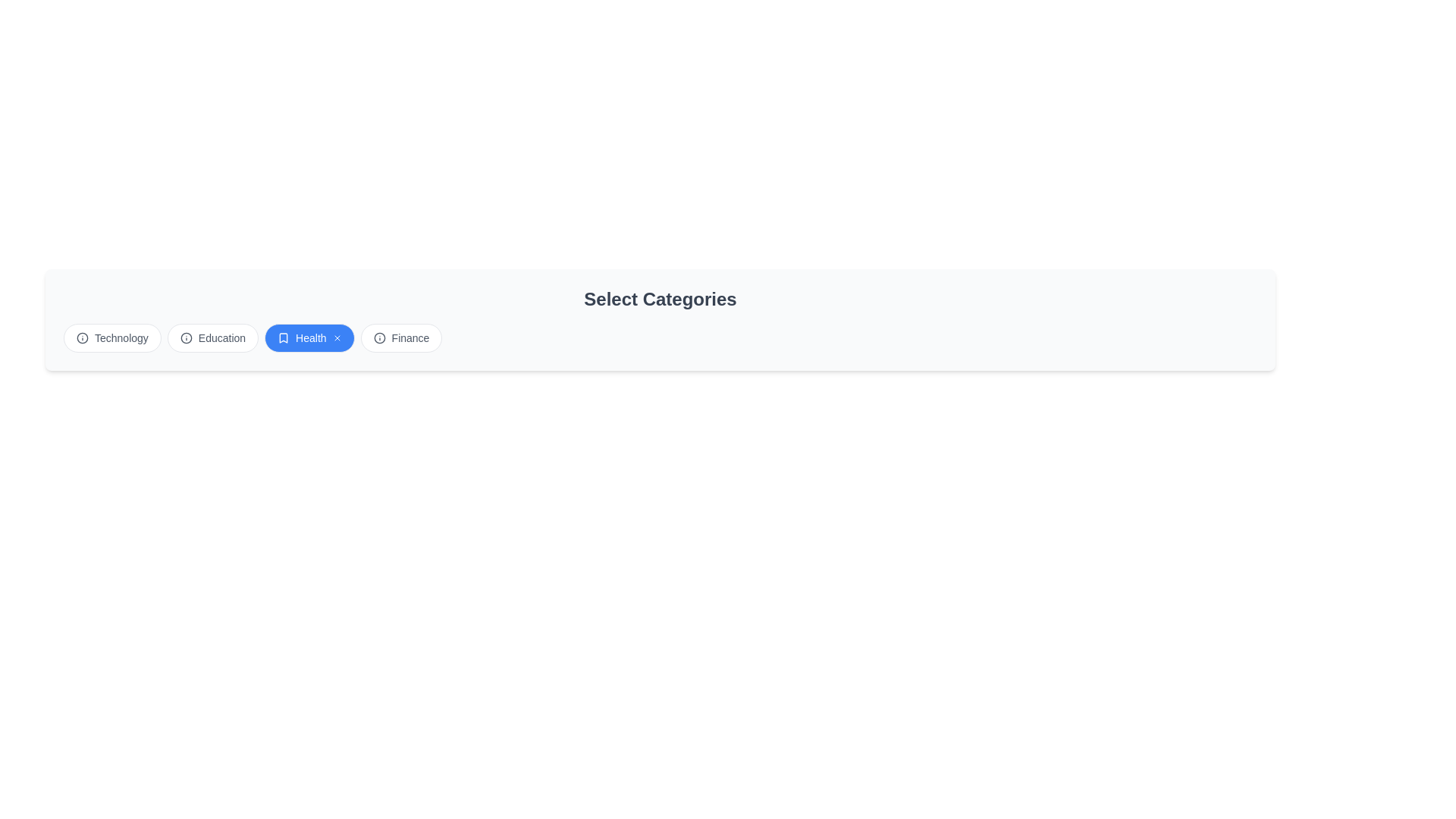 The height and width of the screenshot is (819, 1456). What do you see at coordinates (309, 337) in the screenshot?
I see `the chip labeled 'Health' to observe its hover state` at bounding box center [309, 337].